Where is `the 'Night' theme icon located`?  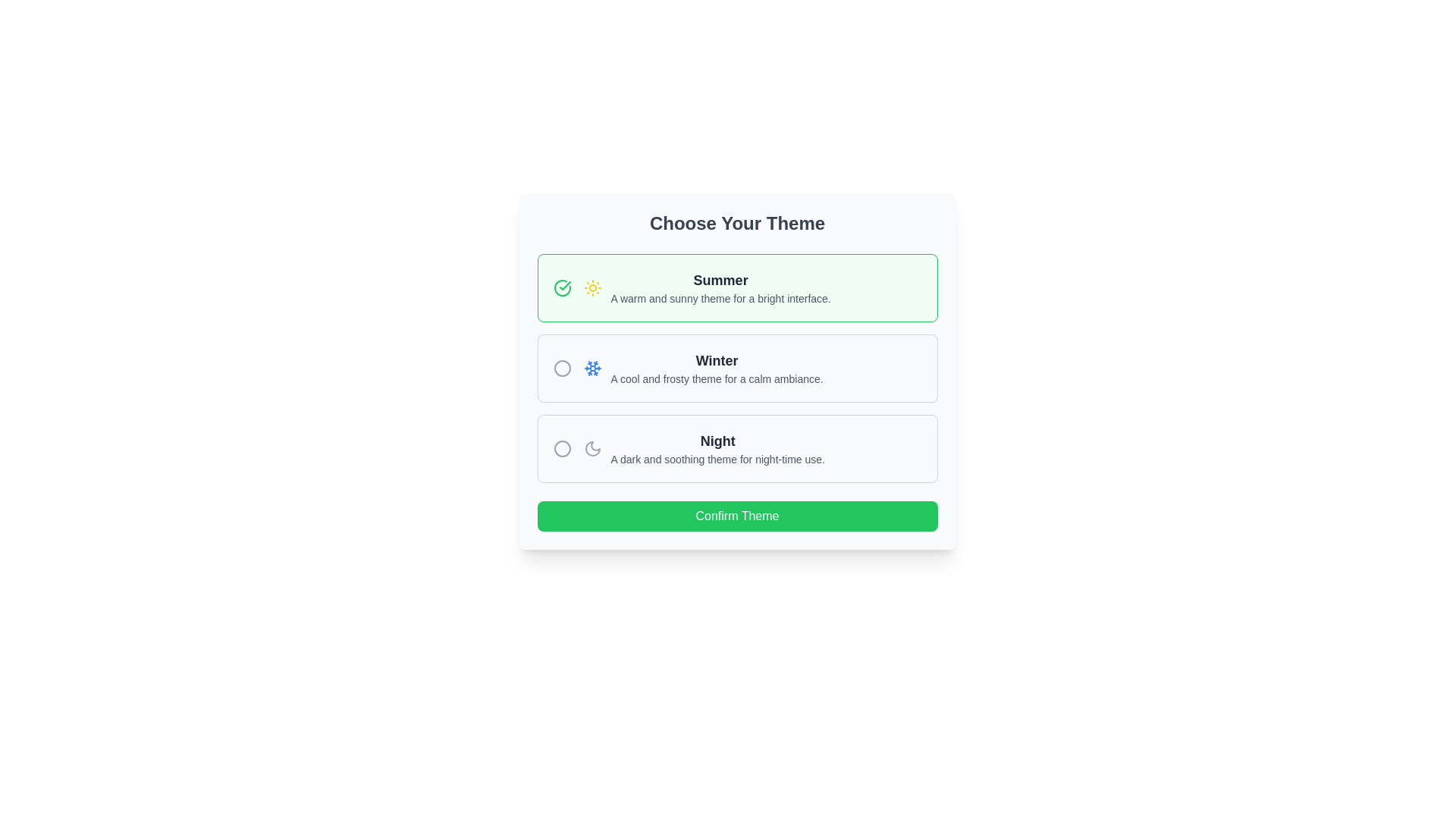 the 'Night' theme icon located is located at coordinates (591, 447).